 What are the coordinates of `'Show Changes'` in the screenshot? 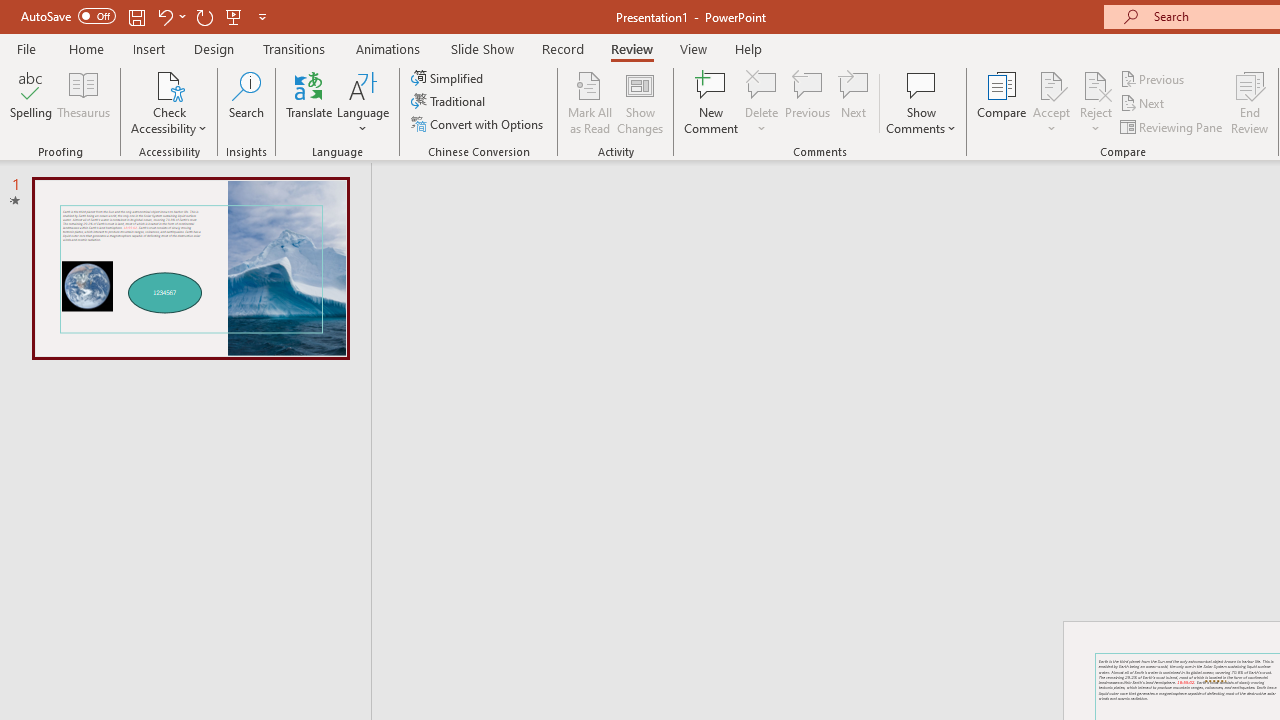 It's located at (640, 103).